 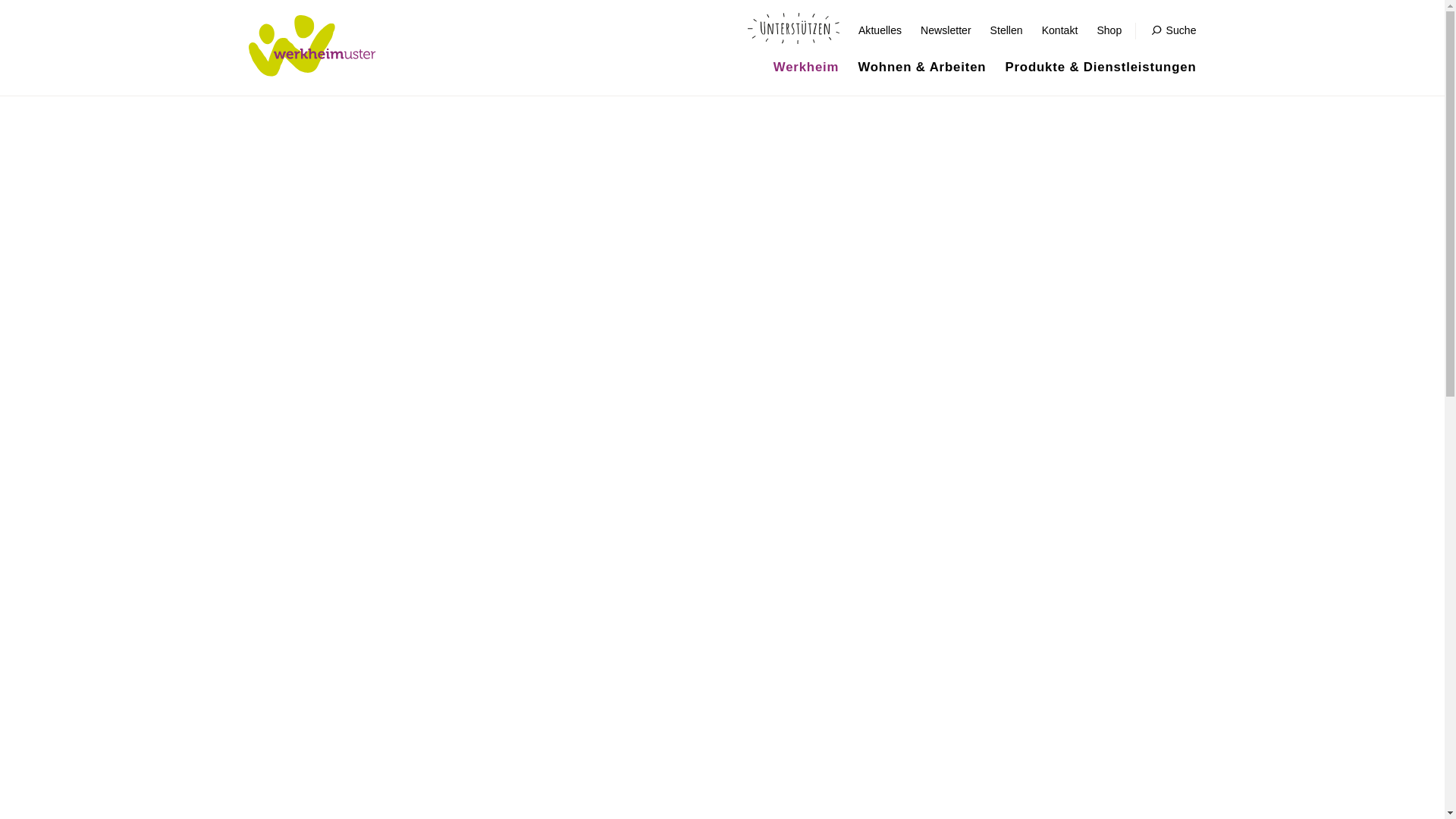 What do you see at coordinates (858, 66) in the screenshot?
I see `'Wohnen & Arbeiten'` at bounding box center [858, 66].